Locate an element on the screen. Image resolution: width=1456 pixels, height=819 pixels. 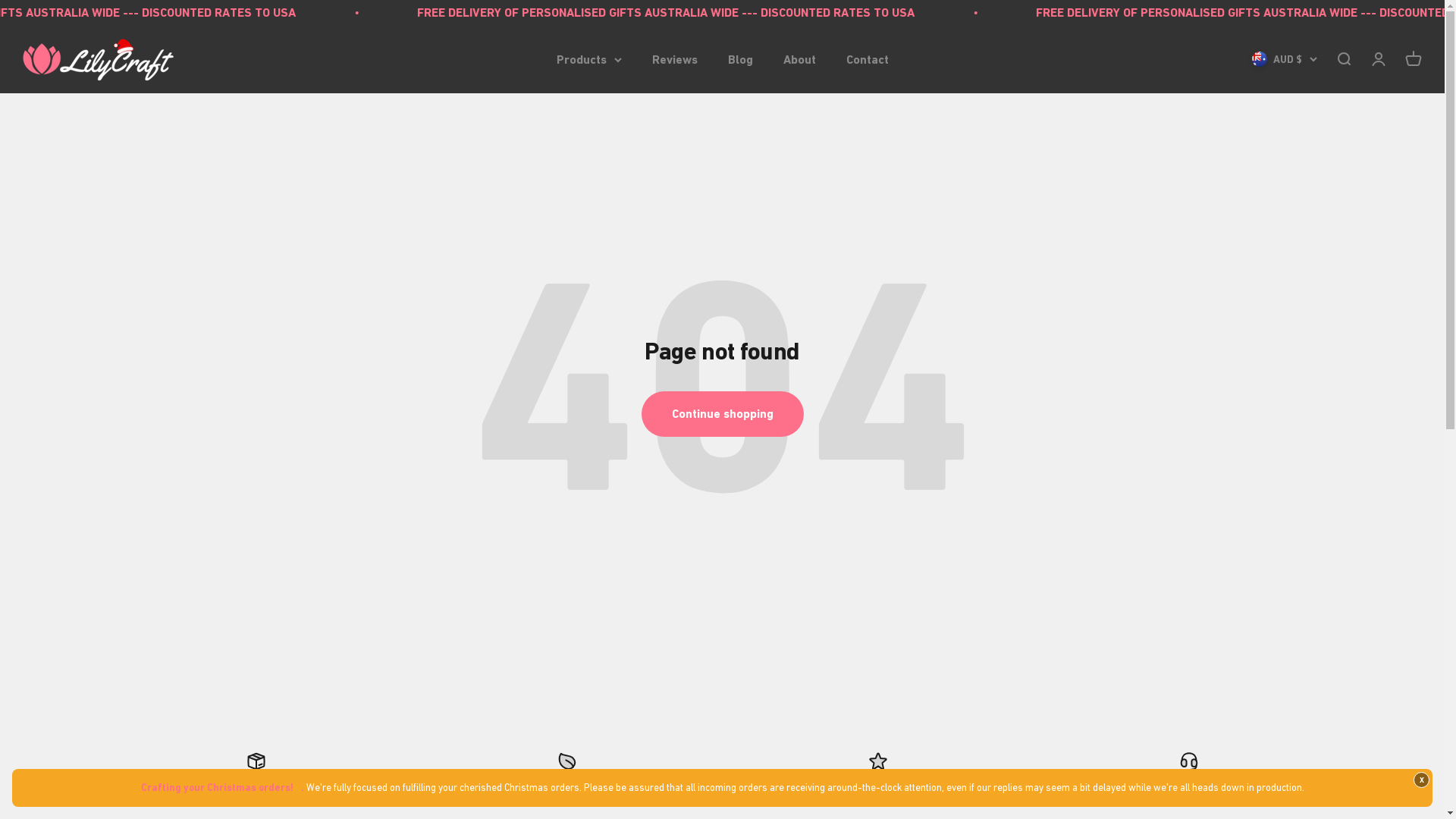
'X' is located at coordinates (1420, 780).